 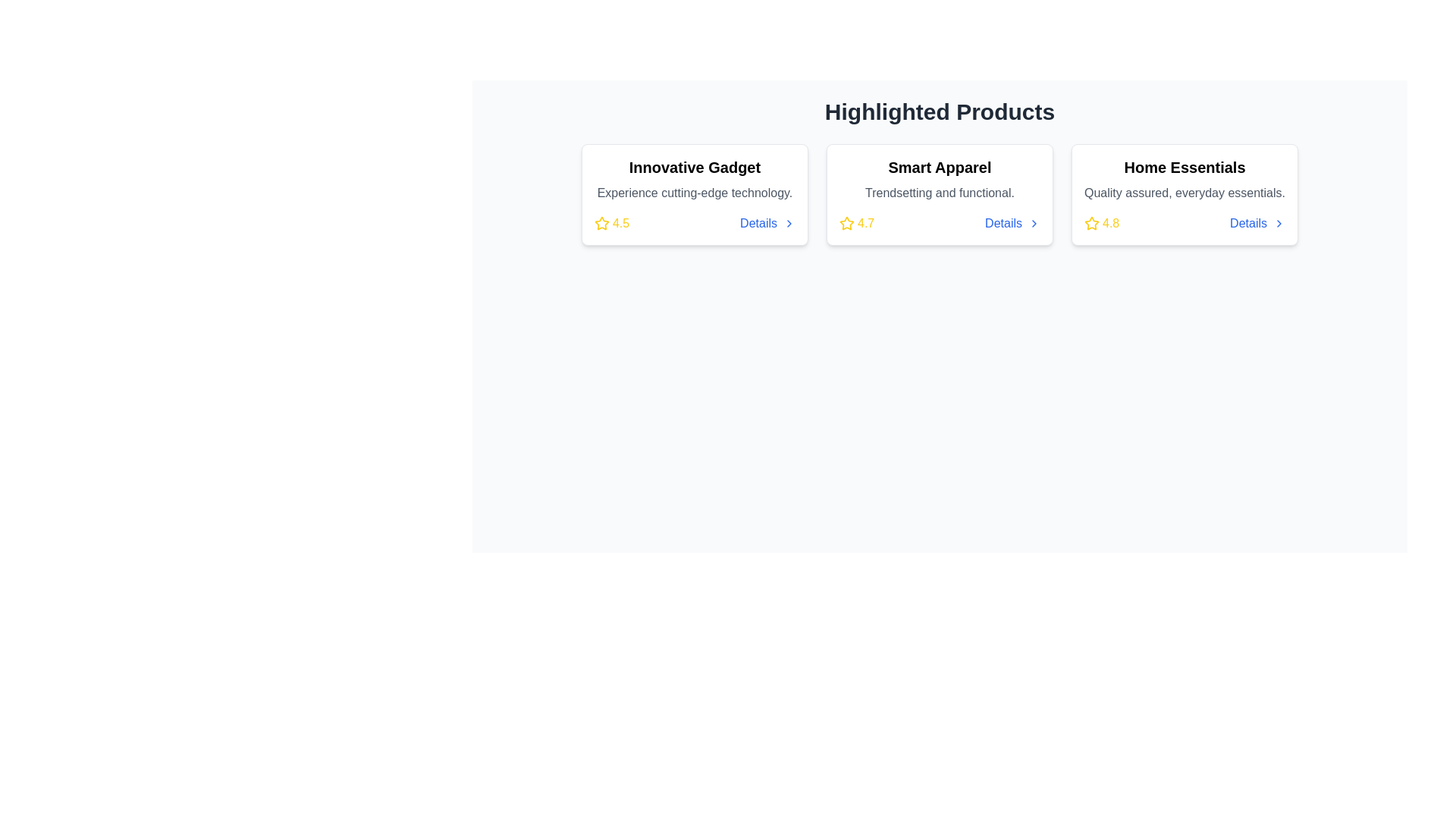 I want to click on the star icon of the '4.5' rating display component in the 'Innovative Gadget' card, which is styled in yellow and located in the top-left area of the card, so click(x=612, y=223).